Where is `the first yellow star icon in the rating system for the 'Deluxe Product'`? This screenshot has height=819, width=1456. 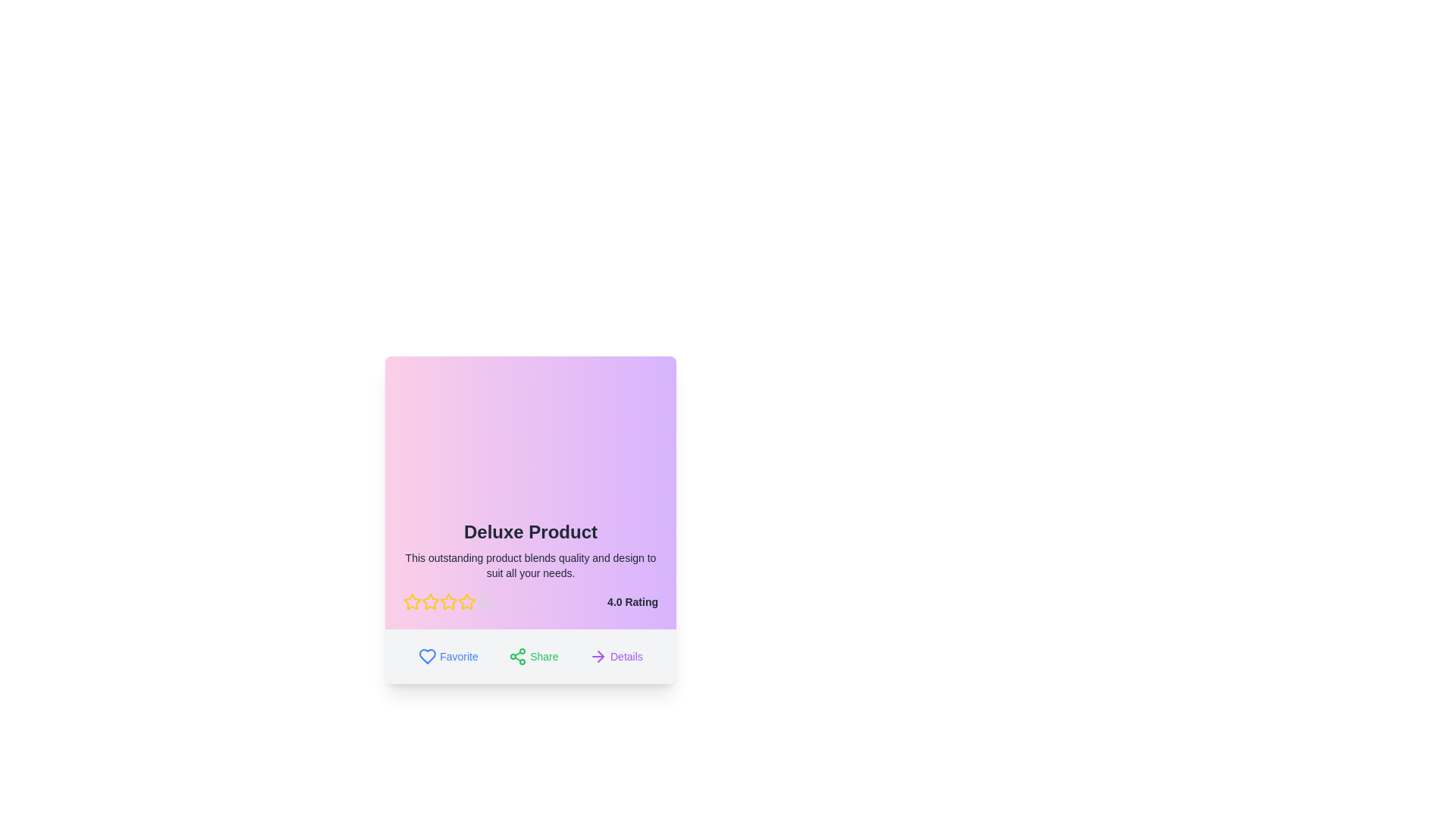 the first yellow star icon in the rating system for the 'Deluxe Product' is located at coordinates (412, 601).